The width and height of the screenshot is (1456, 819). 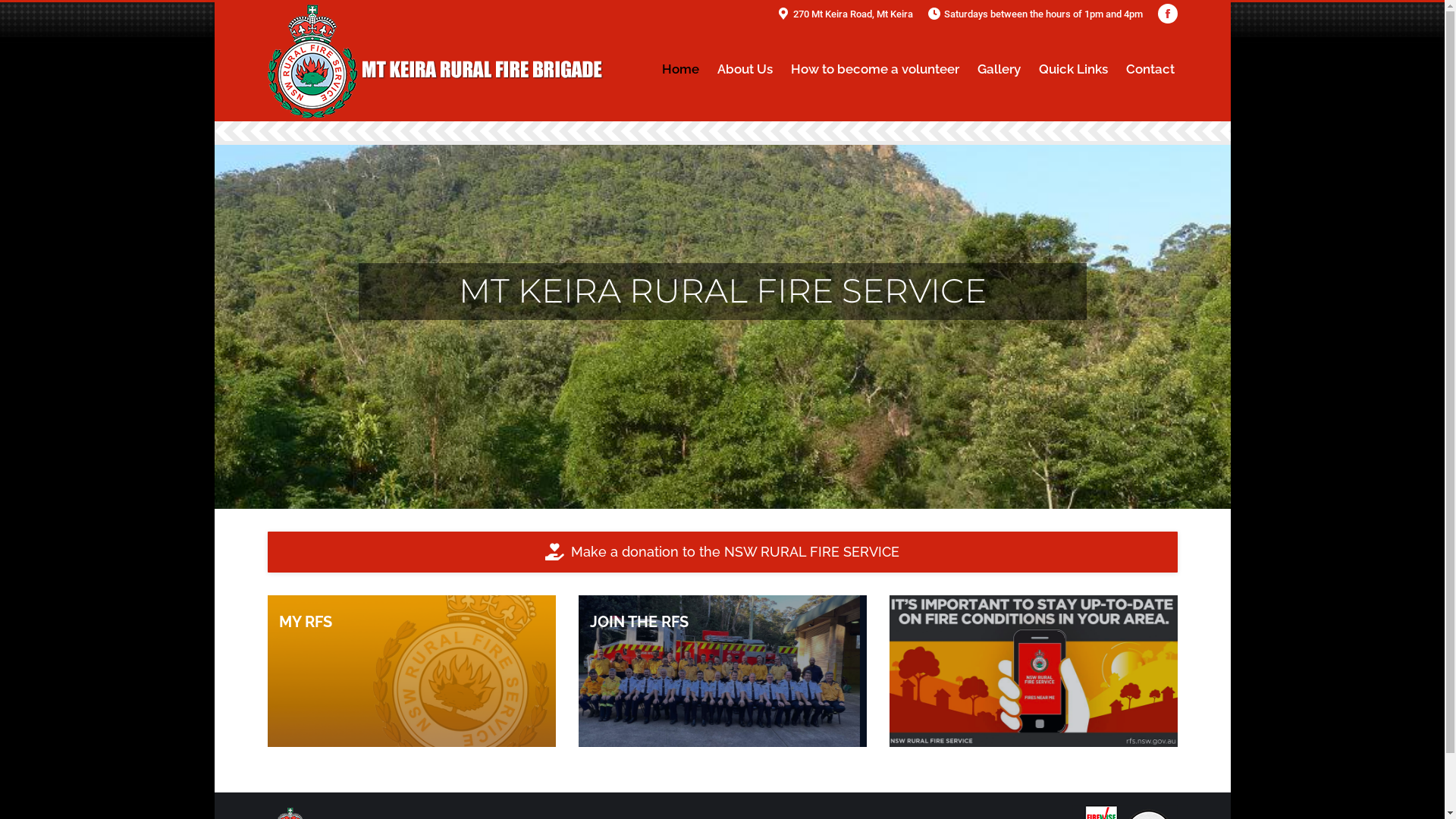 I want to click on 'Facebook', so click(x=1166, y=14).